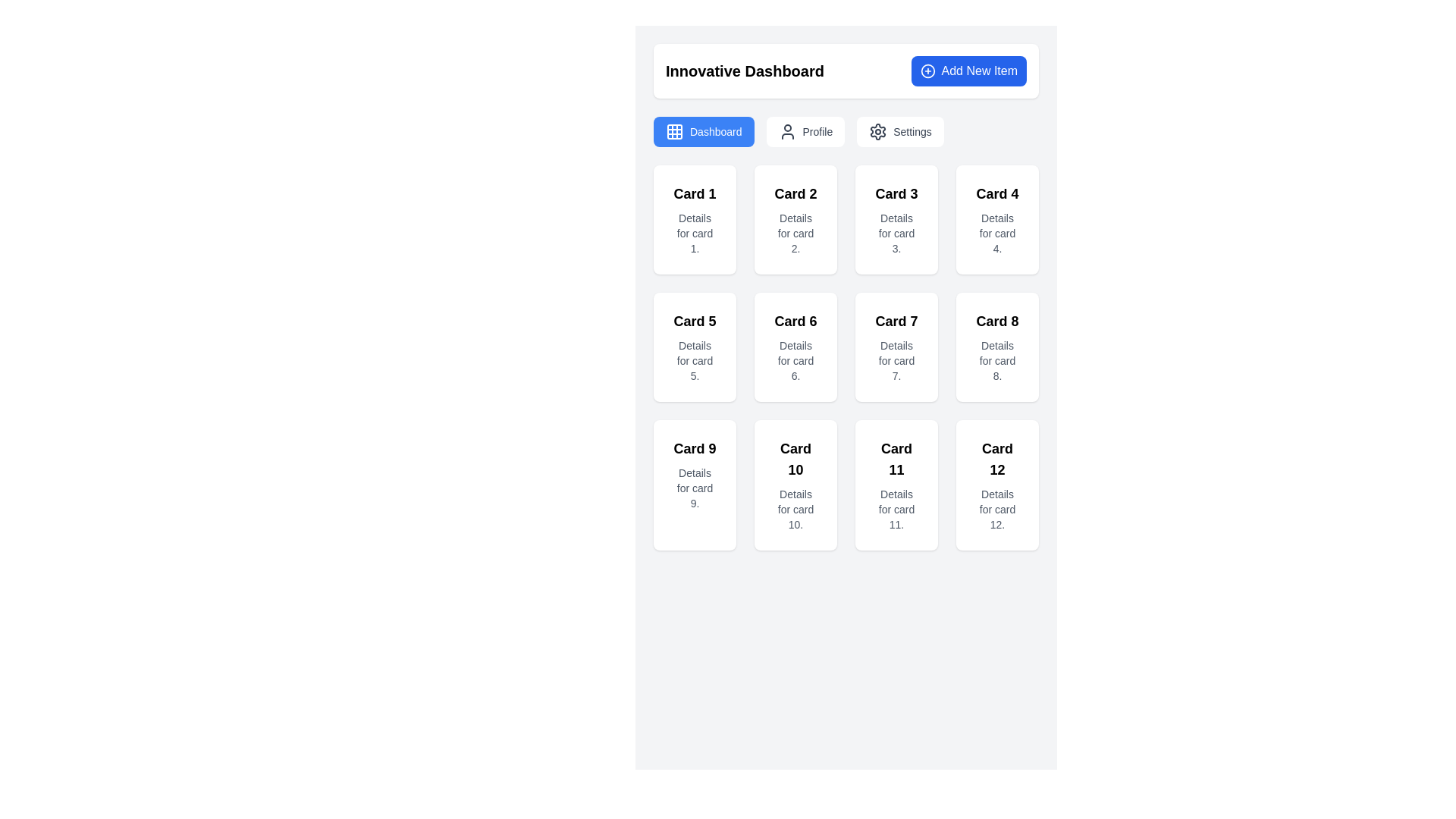 This screenshot has height=819, width=1456. What do you see at coordinates (795, 485) in the screenshot?
I see `the Card labeled 'Card 10' which is a rectangular card with a white background, located in the third row and second column of the grid` at bounding box center [795, 485].